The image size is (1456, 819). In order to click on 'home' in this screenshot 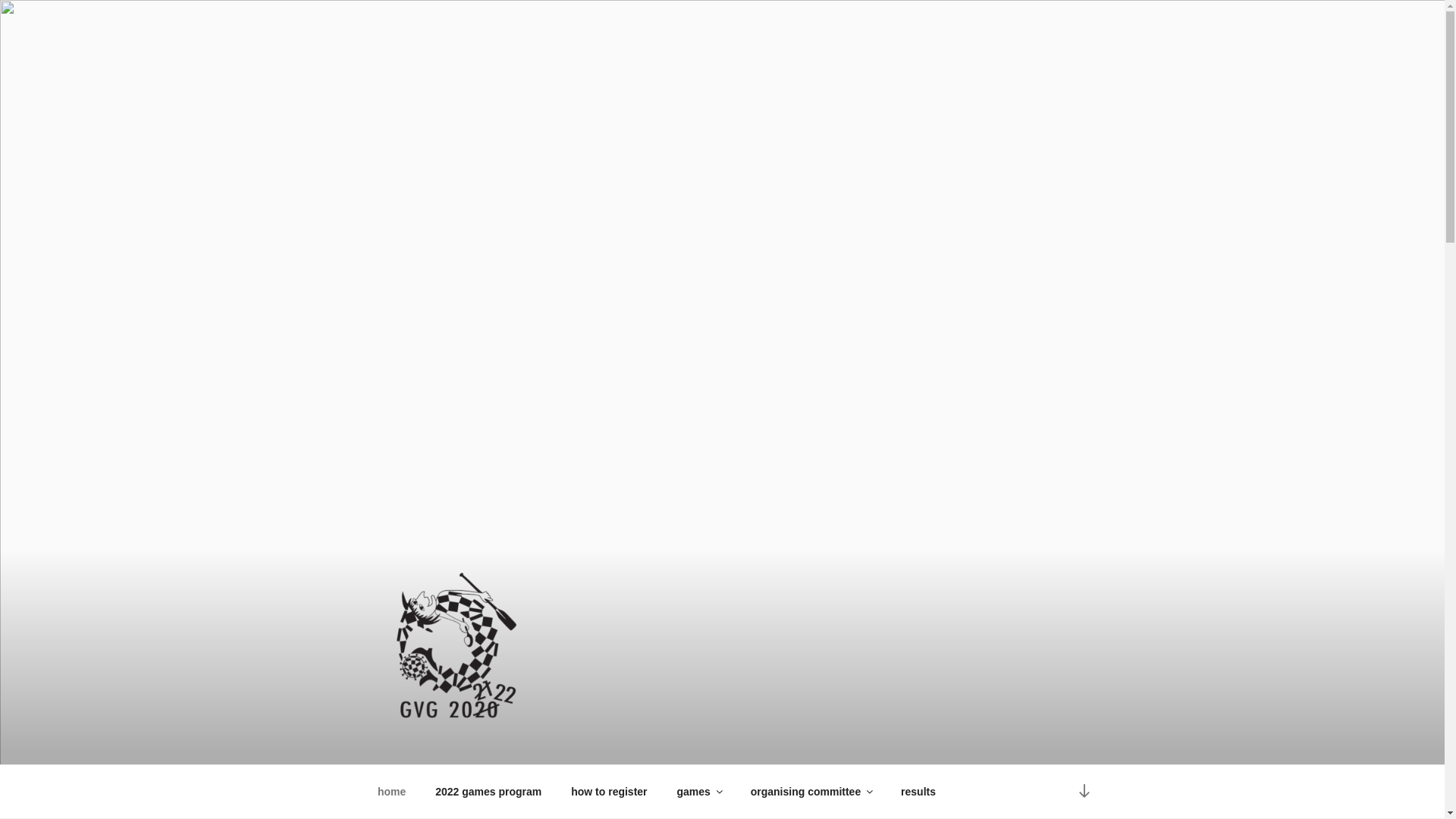, I will do `click(391, 791)`.